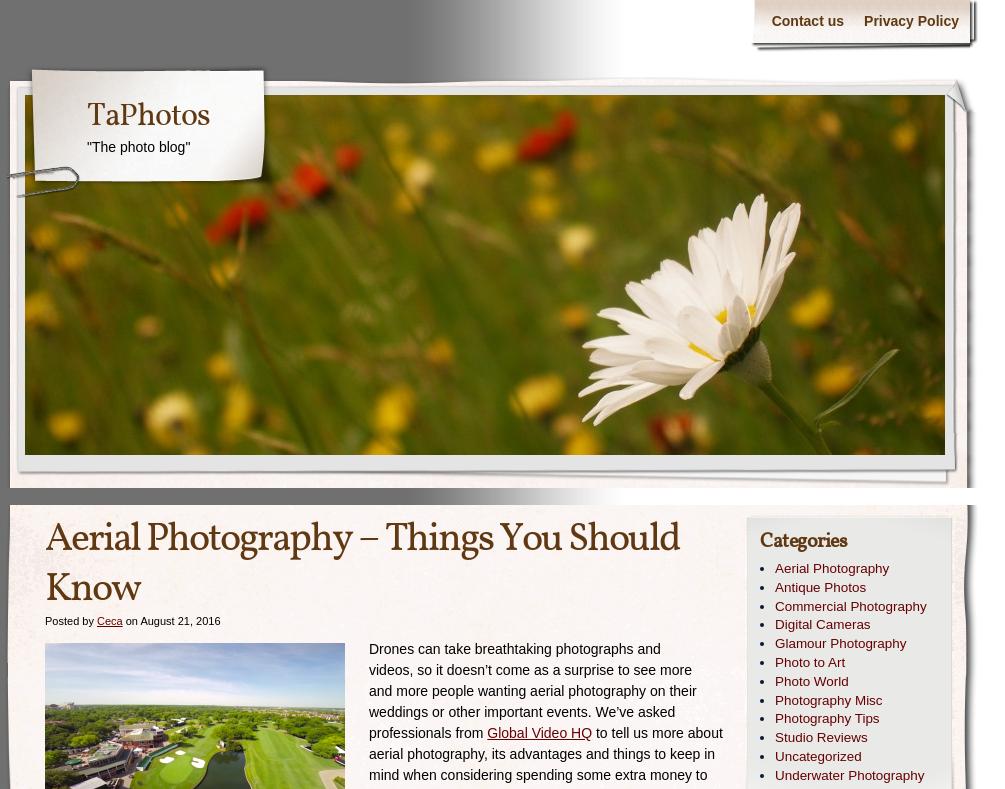 This screenshot has width=1005, height=789. Describe the element at coordinates (774, 568) in the screenshot. I see `'Aerial Photography'` at that location.